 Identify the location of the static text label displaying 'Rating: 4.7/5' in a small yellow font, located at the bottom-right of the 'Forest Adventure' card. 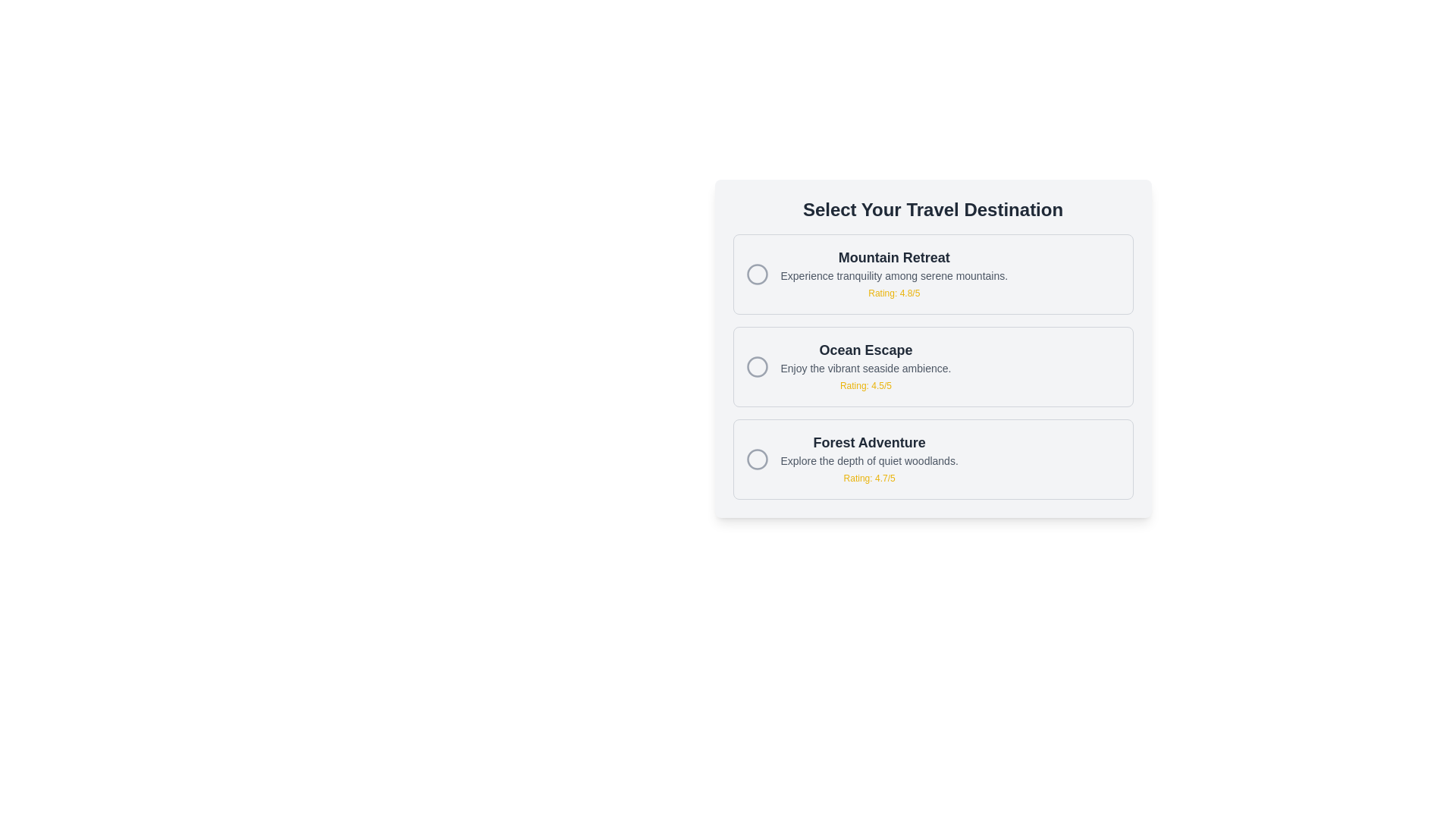
(869, 479).